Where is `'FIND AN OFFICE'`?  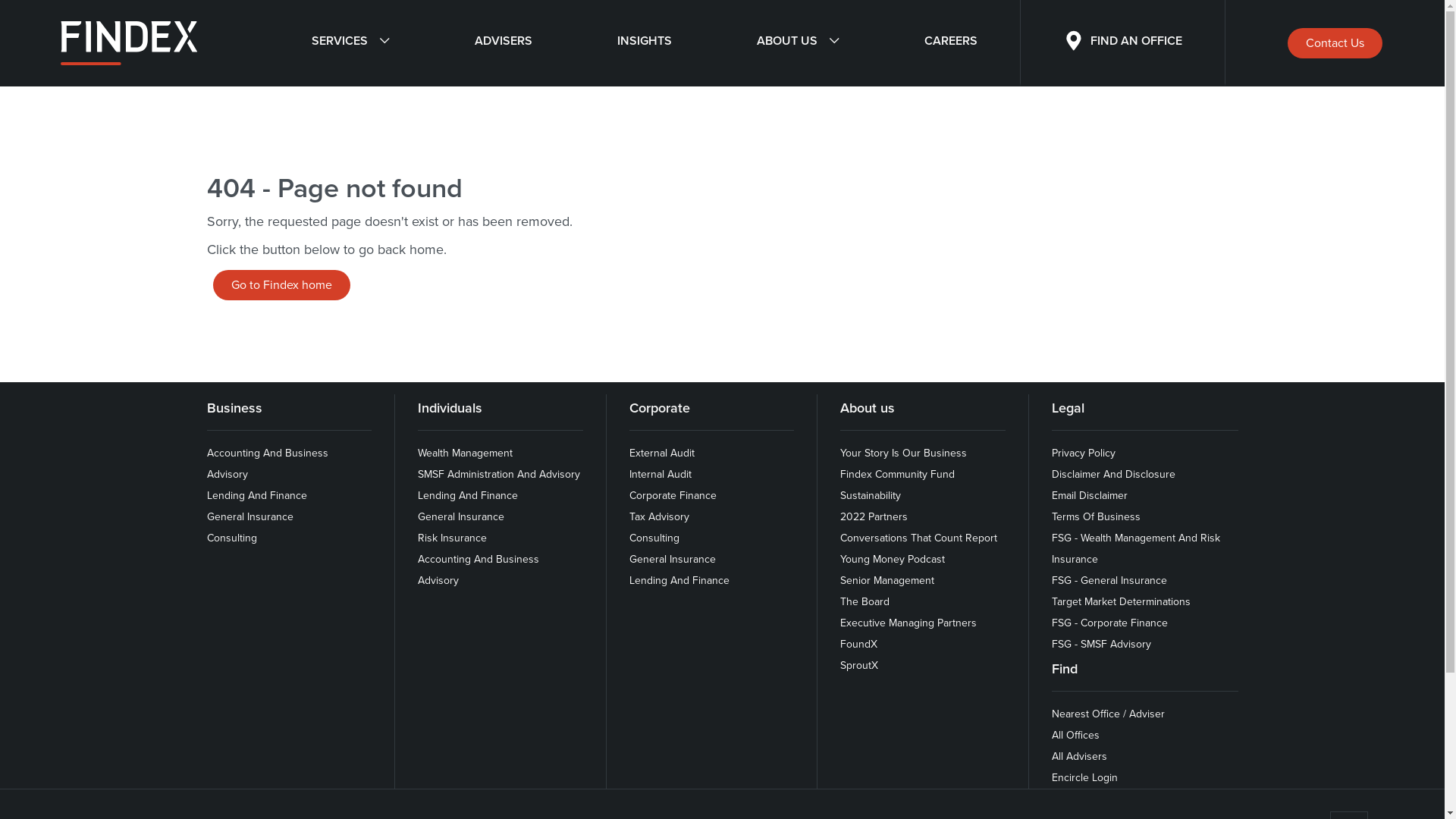
'FIND AN OFFICE' is located at coordinates (1122, 42).